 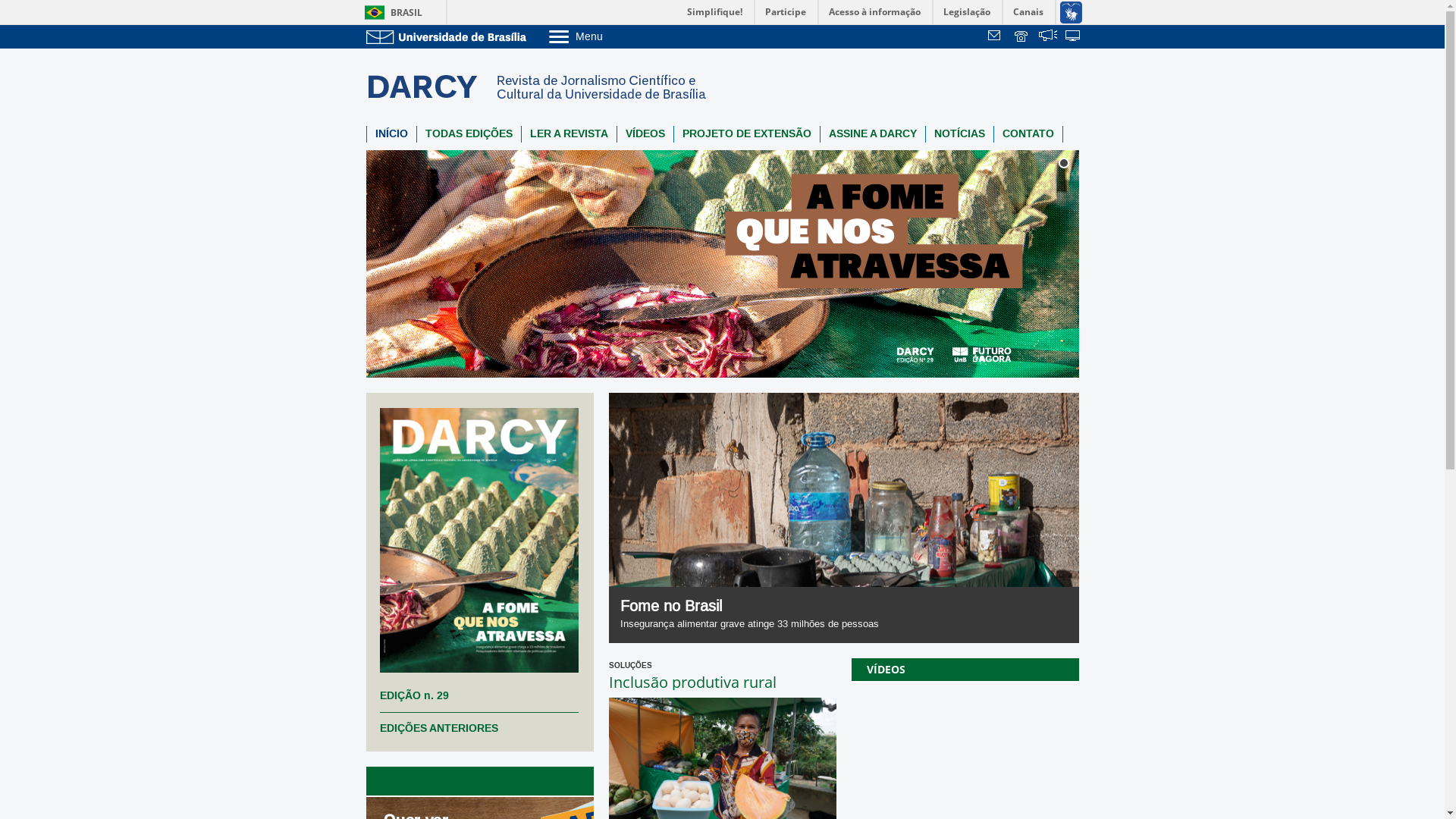 What do you see at coordinates (613, 35) in the screenshot?
I see `'Menu'` at bounding box center [613, 35].